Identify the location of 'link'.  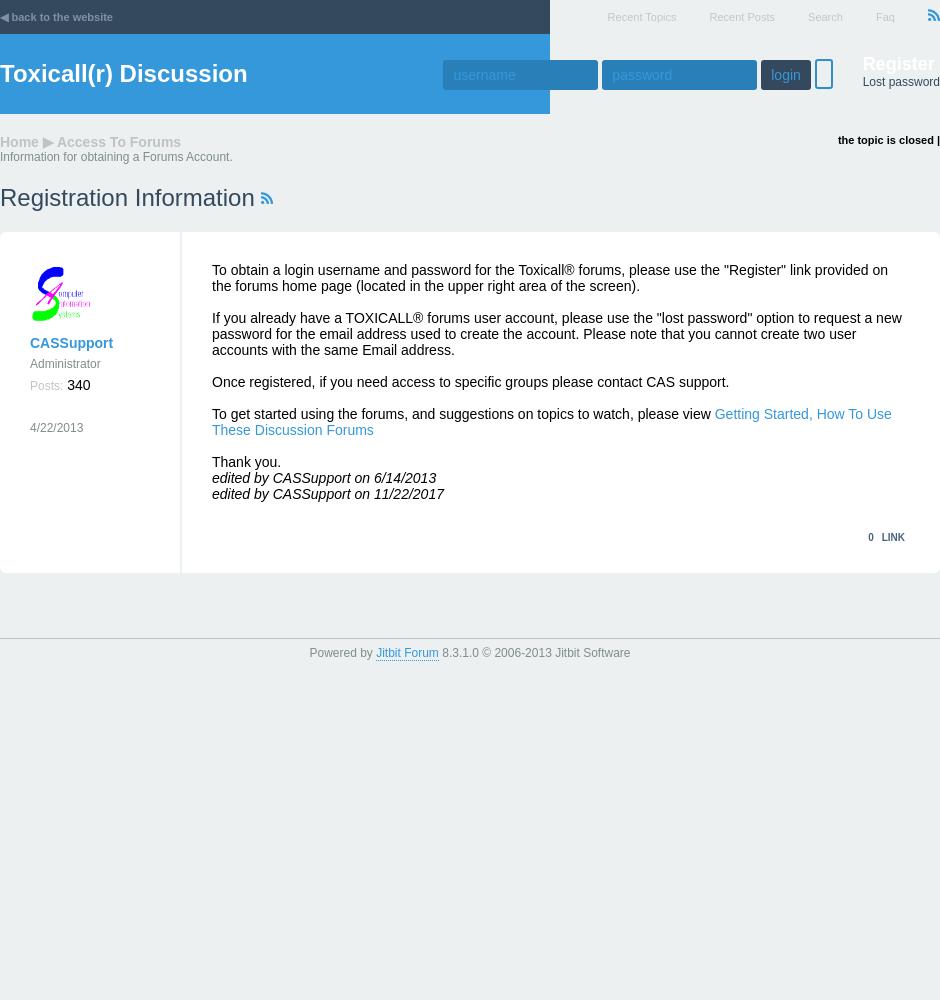
(880, 537).